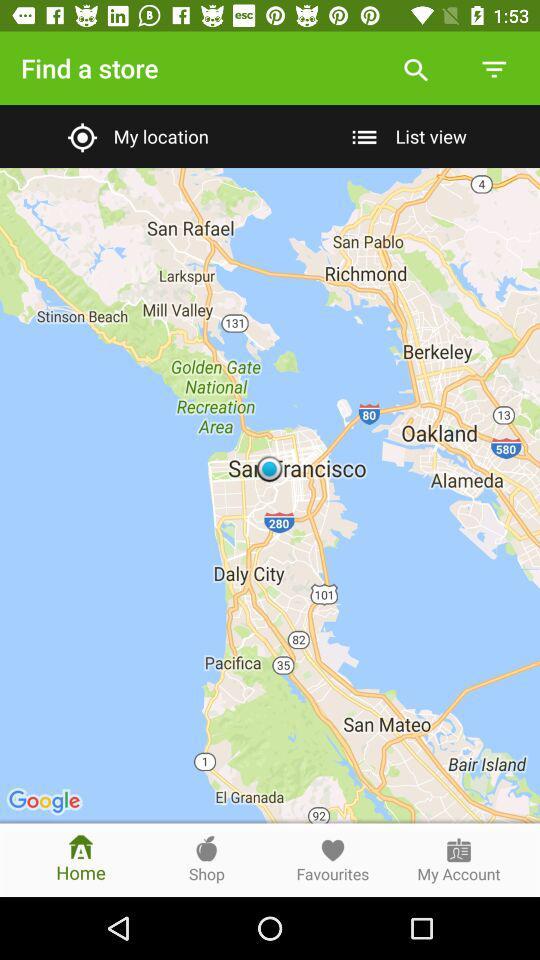  I want to click on item next to list view, so click(135, 135).